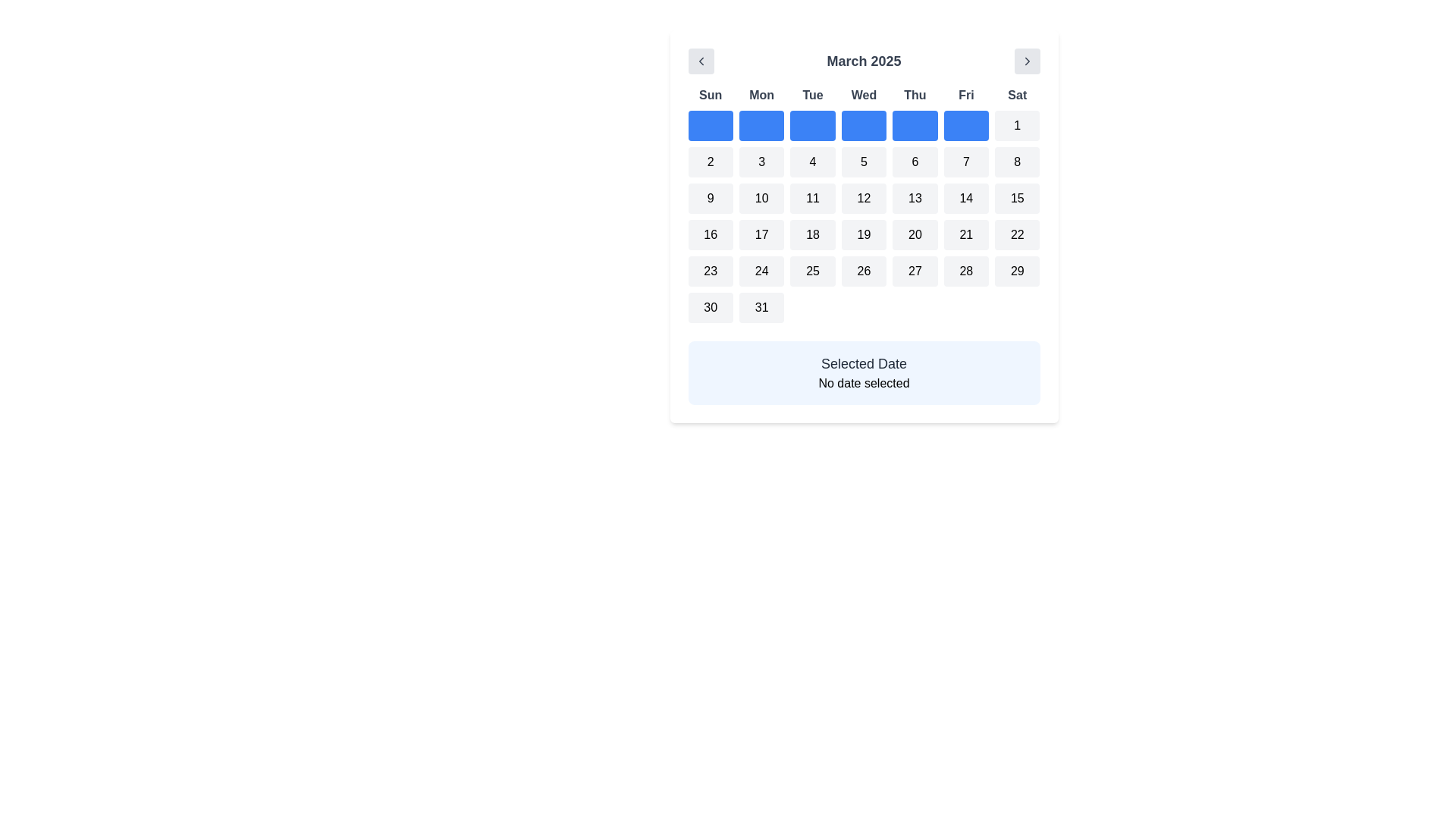 The height and width of the screenshot is (819, 1456). What do you see at coordinates (1027, 61) in the screenshot?
I see `the right-pointing chevron icon within the button located at the top-right corner of the calendar interface` at bounding box center [1027, 61].